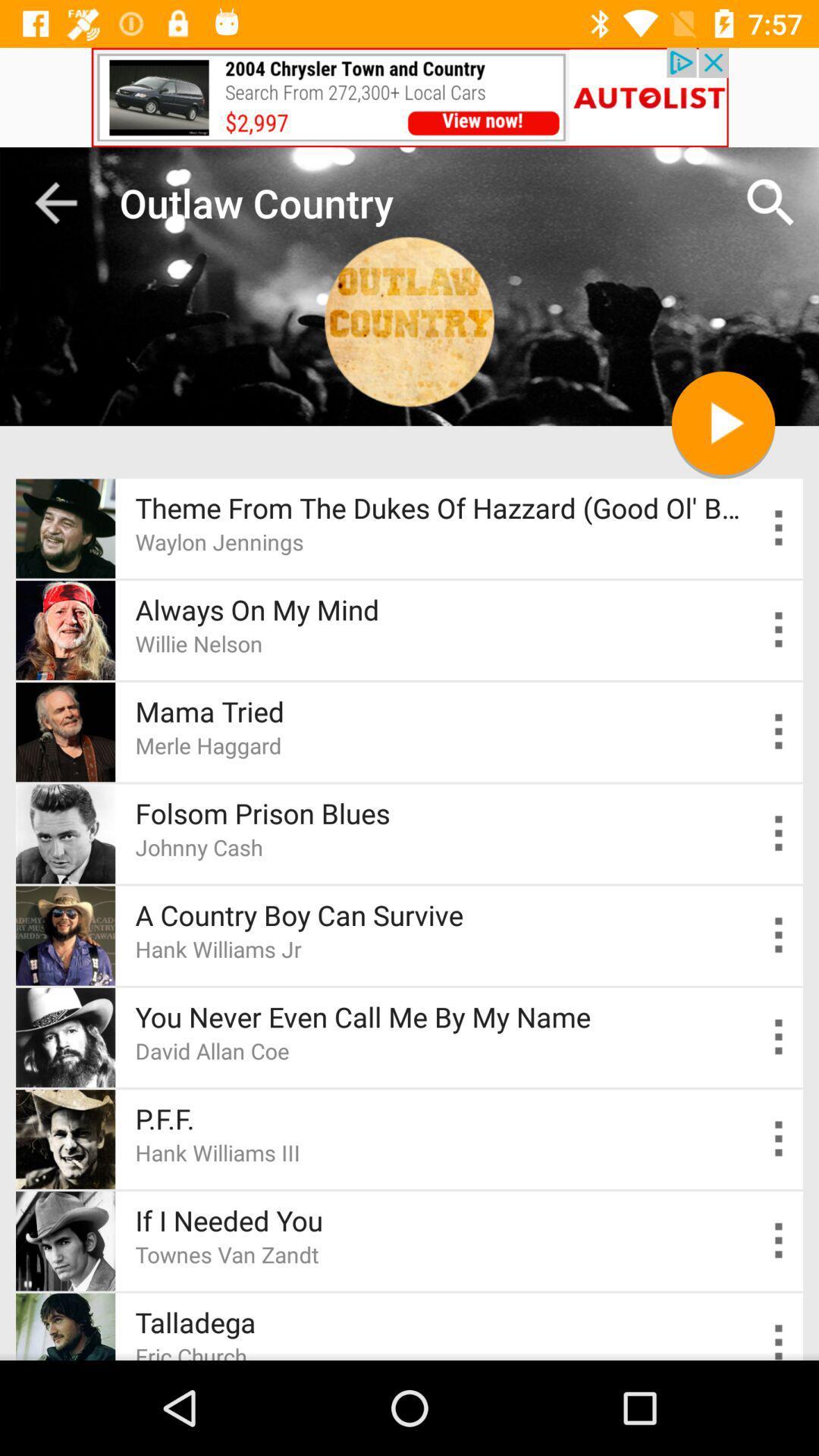 This screenshot has height=1456, width=819. I want to click on addition options for this song, so click(779, 1037).